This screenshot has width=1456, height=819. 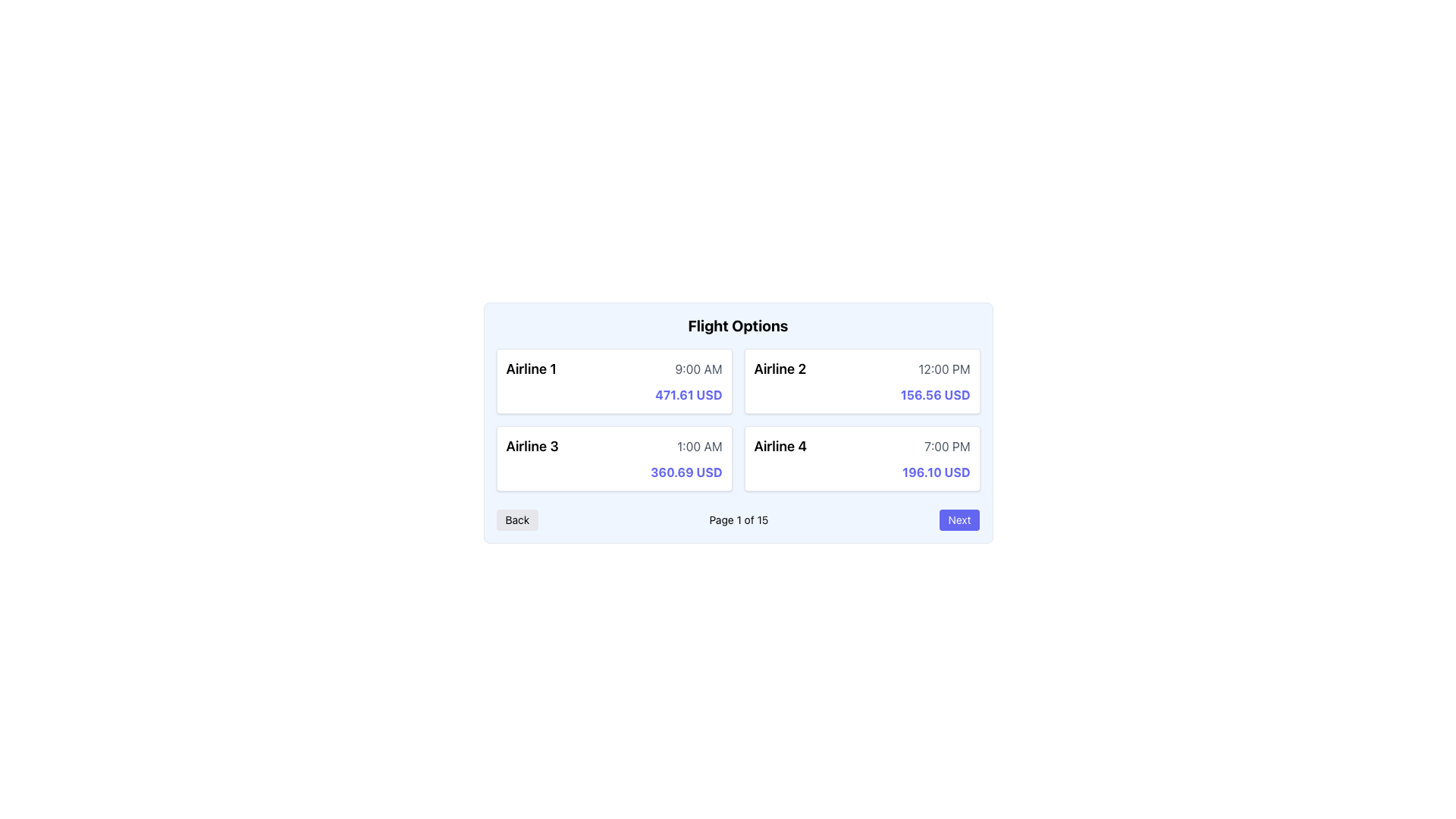 I want to click on the text label displaying the airline name 'Airline 4', located in the bottom right corner of the interface within the fourth card of a two-by-two grid, so click(x=780, y=446).